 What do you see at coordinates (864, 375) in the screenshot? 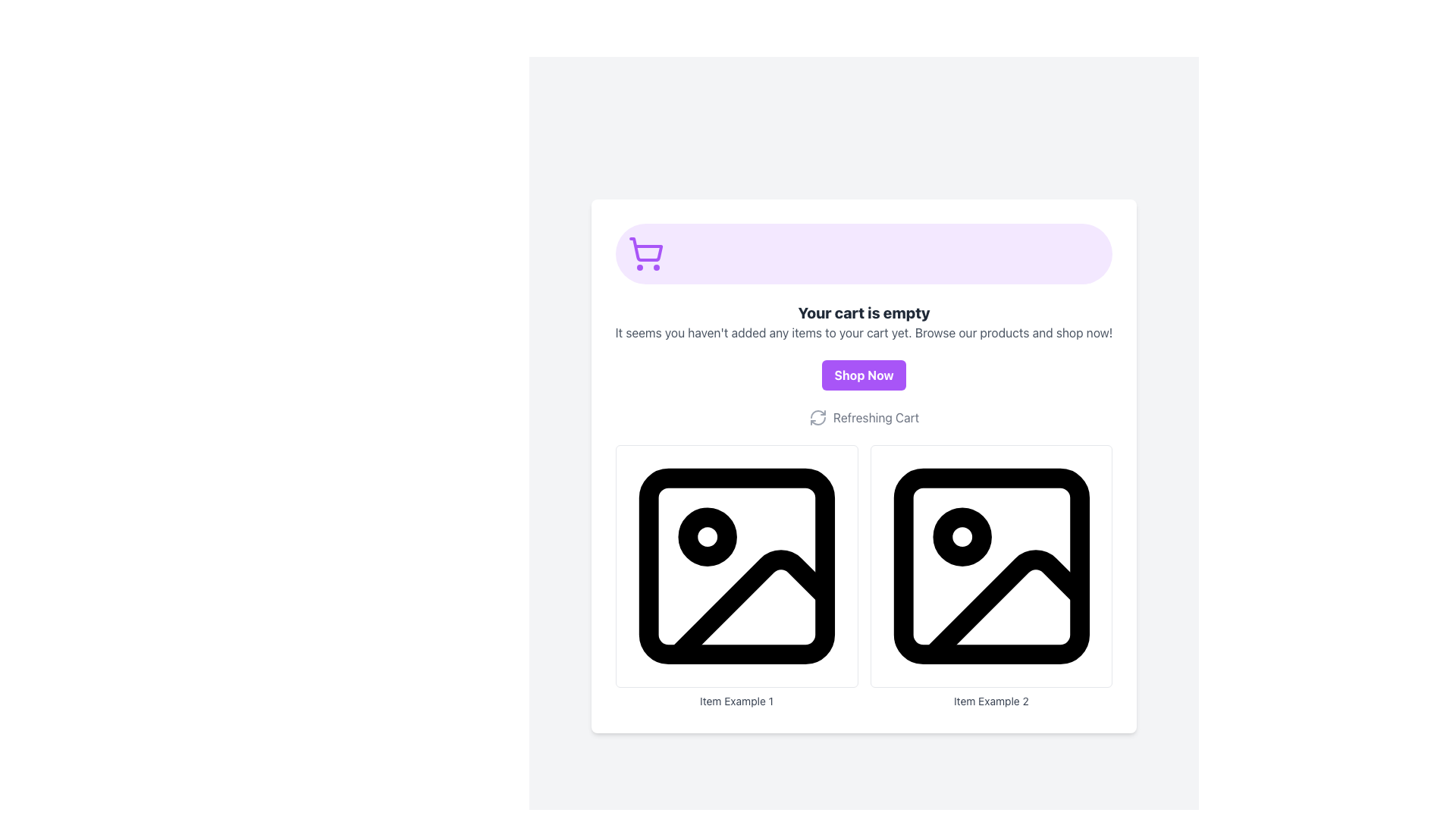
I see `the 'Shop Now' button, which is a rectangular button with rounded corners, labeled in bold white text against a purple background, located below the message about the cart` at bounding box center [864, 375].